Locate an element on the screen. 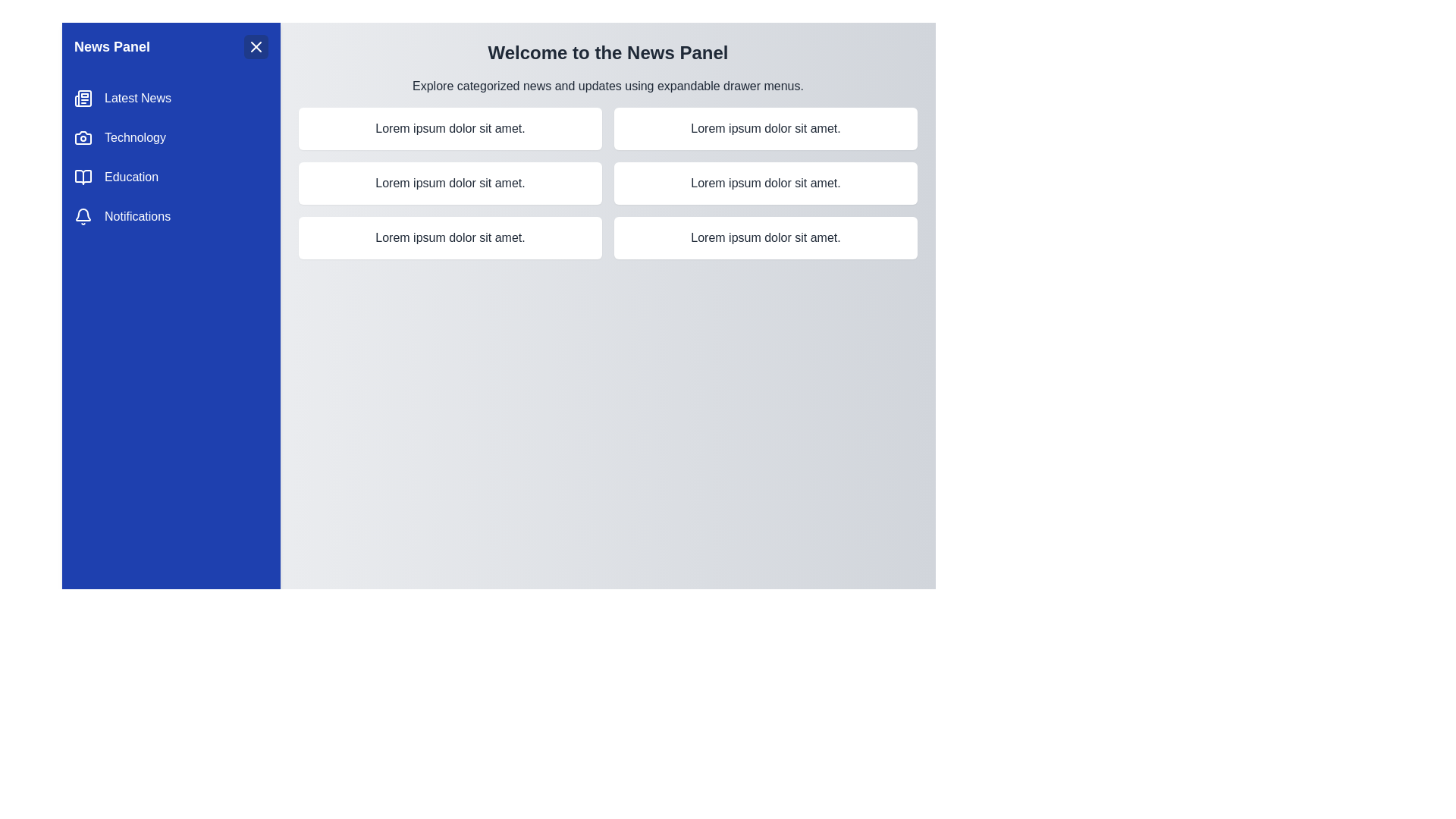  the Notifications category in the drawer menu is located at coordinates (171, 216).